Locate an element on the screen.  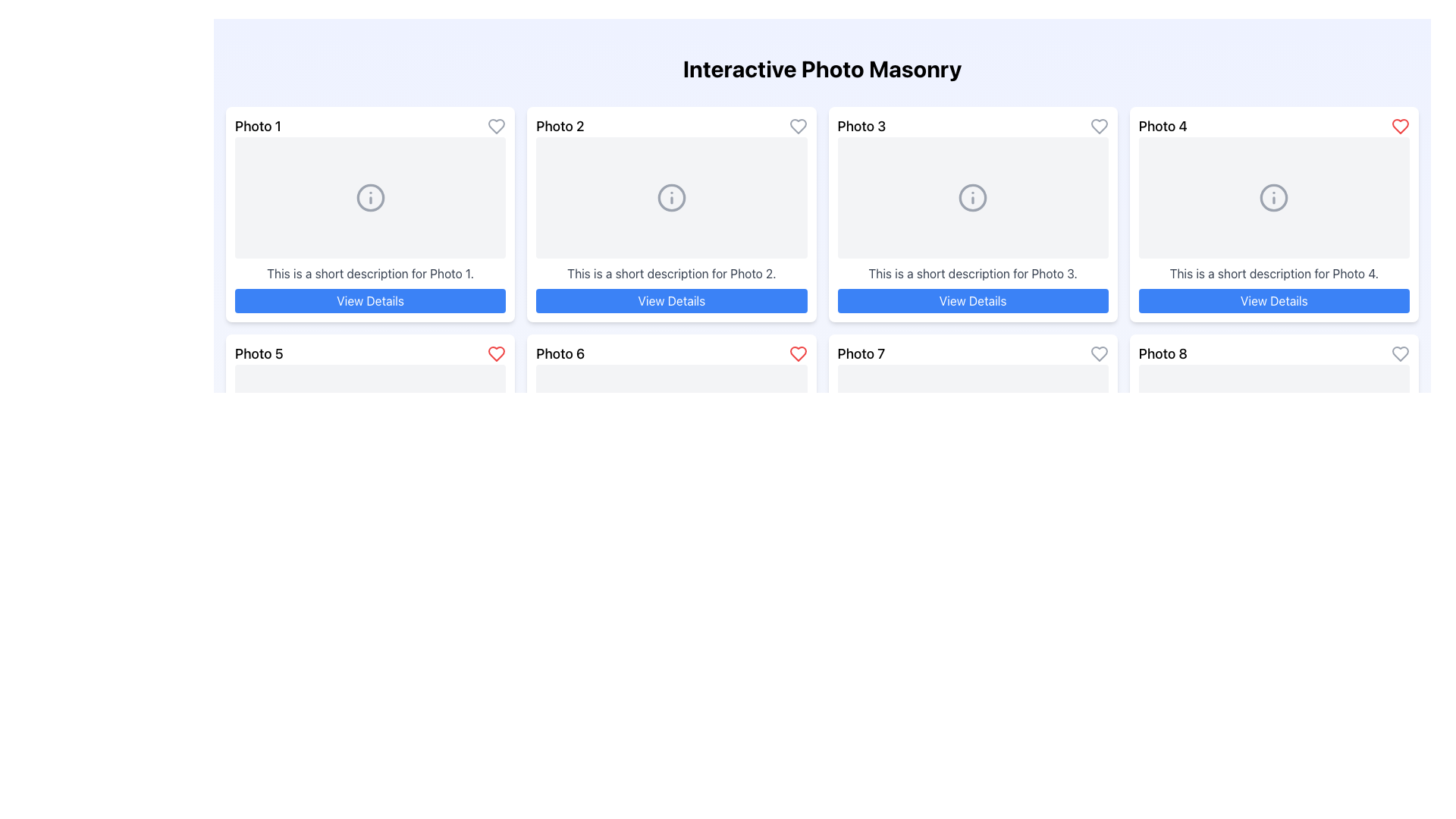
the help icon located at the top center of the 'Photo 3' section in the 'Interactive Photo Masonry' grid is located at coordinates (973, 197).